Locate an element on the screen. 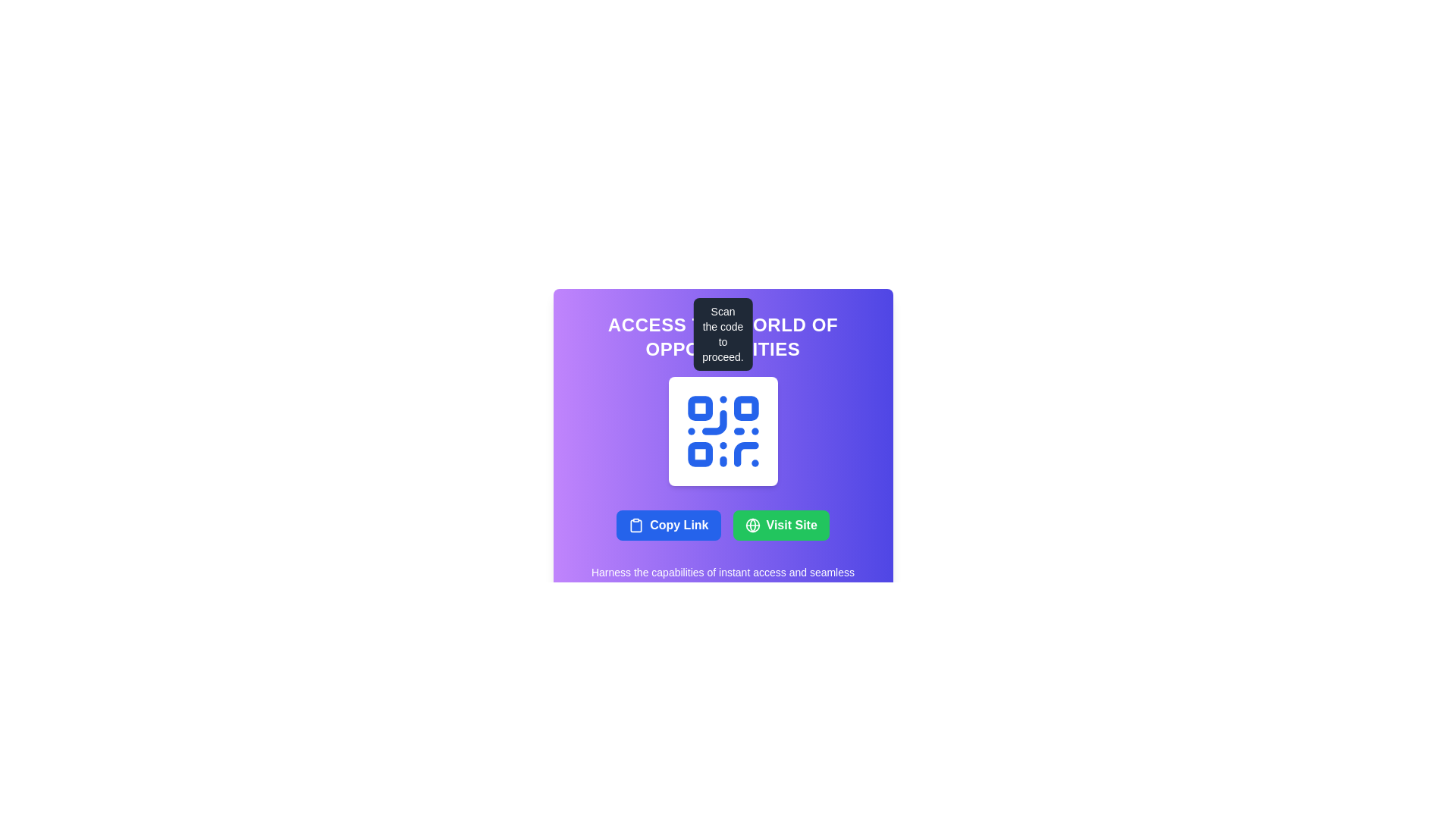  the 'Visit Site' button, which is positioned on the right side of a group of two buttons, with the left button labeled 'Copy Link' and the right button labeled 'Visit Site' is located at coordinates (722, 525).